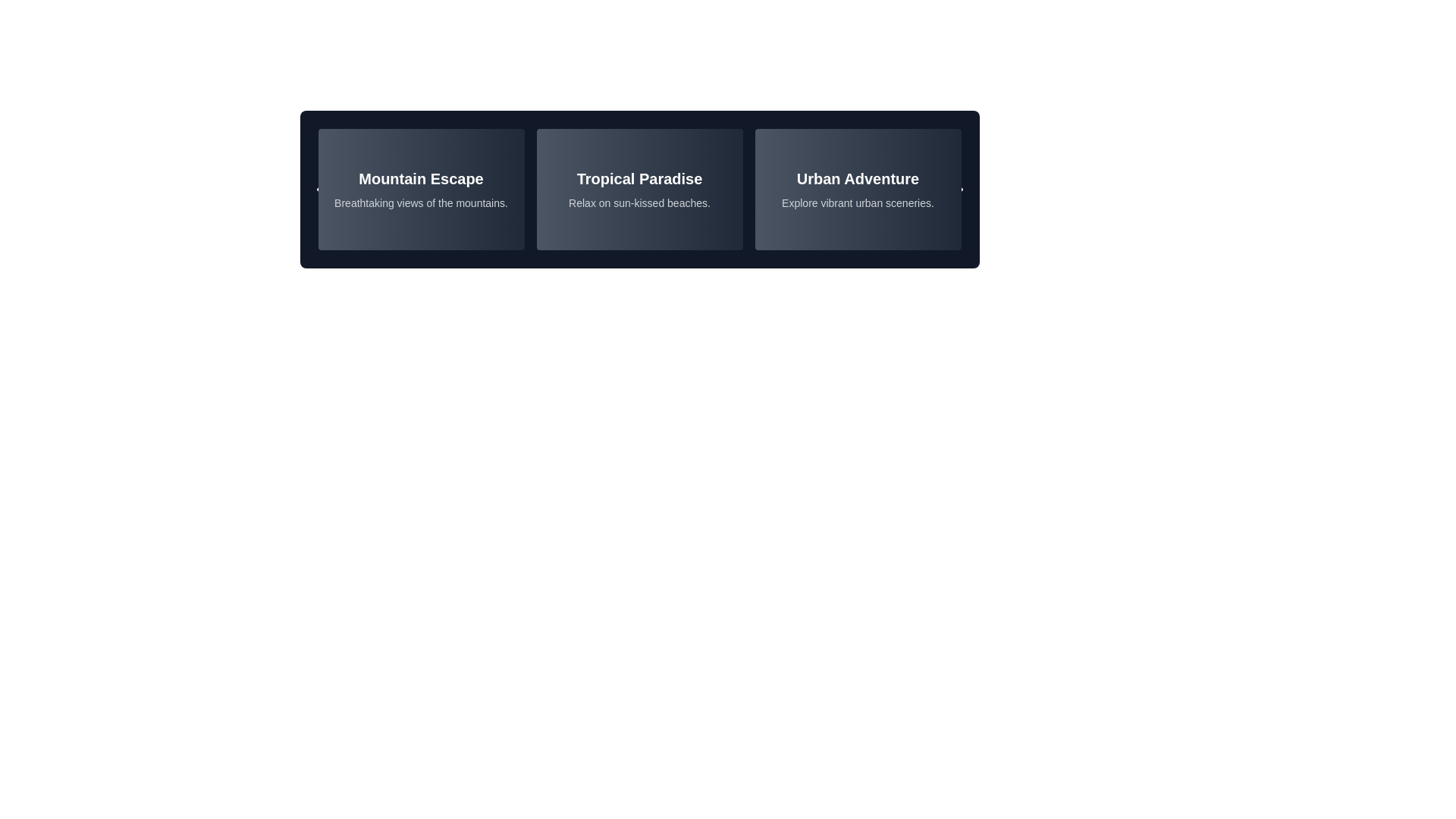  What do you see at coordinates (858, 202) in the screenshot?
I see `the text label that features 'Explore vibrant urban sceneries.' styled in small, light-gray font, positioned below 'Urban Adventure'` at bounding box center [858, 202].